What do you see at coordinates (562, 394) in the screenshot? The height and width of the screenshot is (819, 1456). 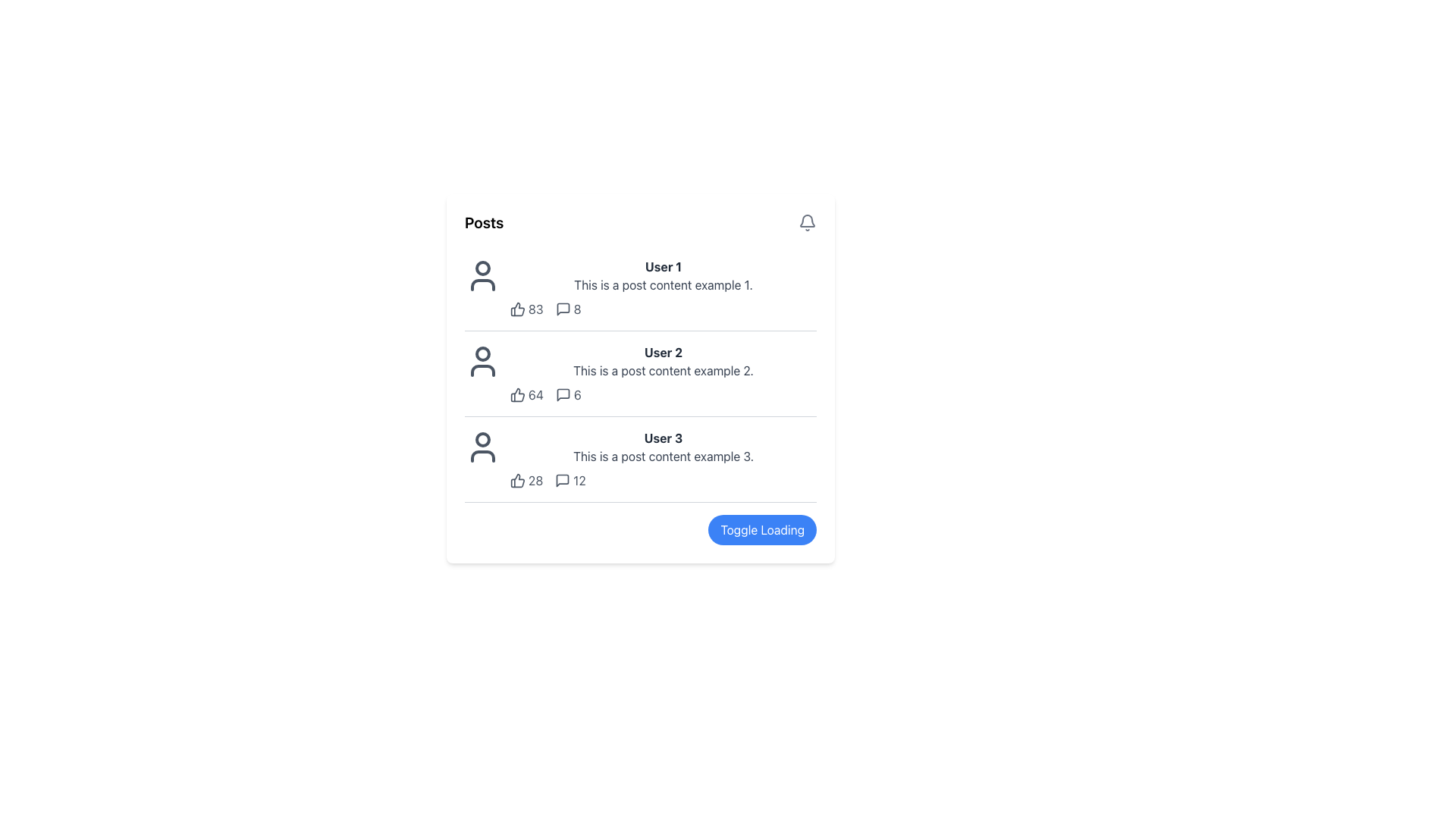 I see `the comment/reply icon next` at bounding box center [562, 394].